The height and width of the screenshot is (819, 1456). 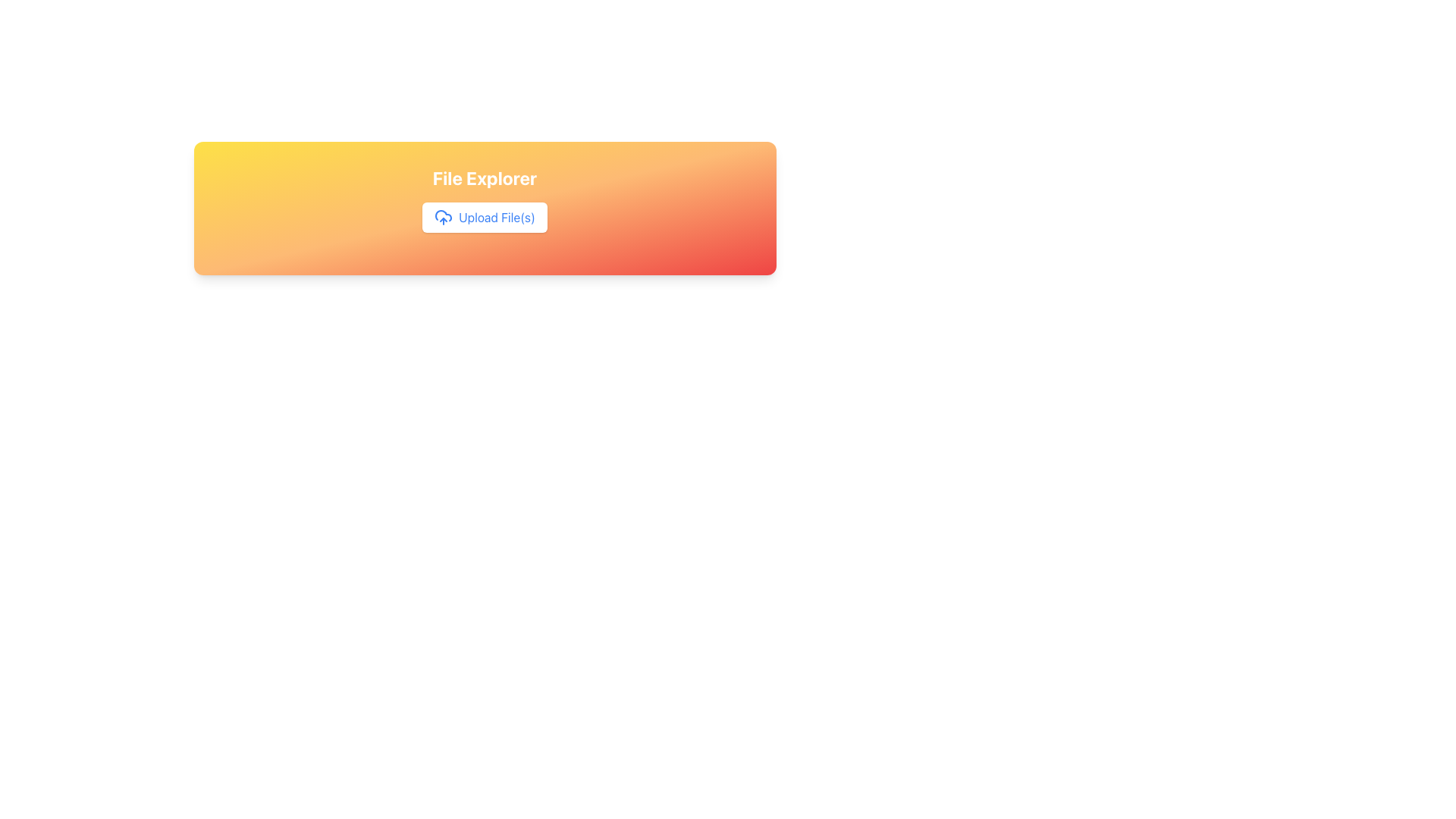 I want to click on the 'Upload File(s)' button located within the 'File Explorer' panel to initiate file selection, so click(x=484, y=208).